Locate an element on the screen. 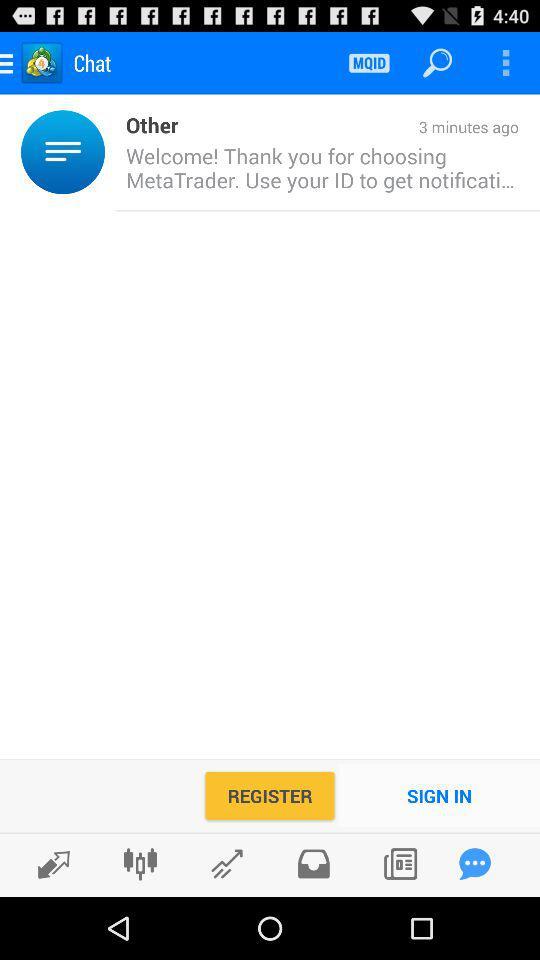  the edit icon is located at coordinates (48, 925).